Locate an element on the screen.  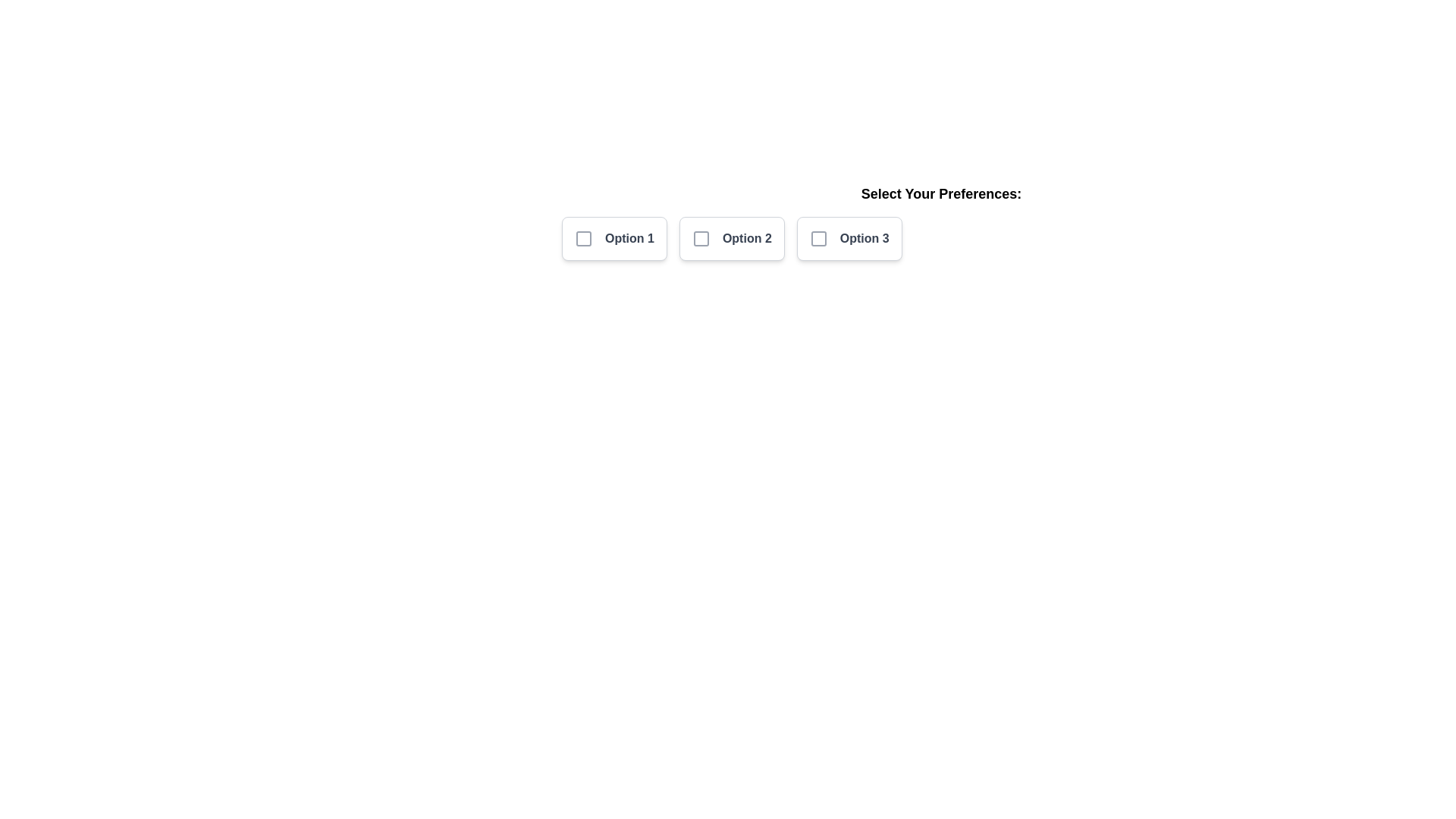
the Checkbox Icon for 'Option 1' is located at coordinates (582, 239).